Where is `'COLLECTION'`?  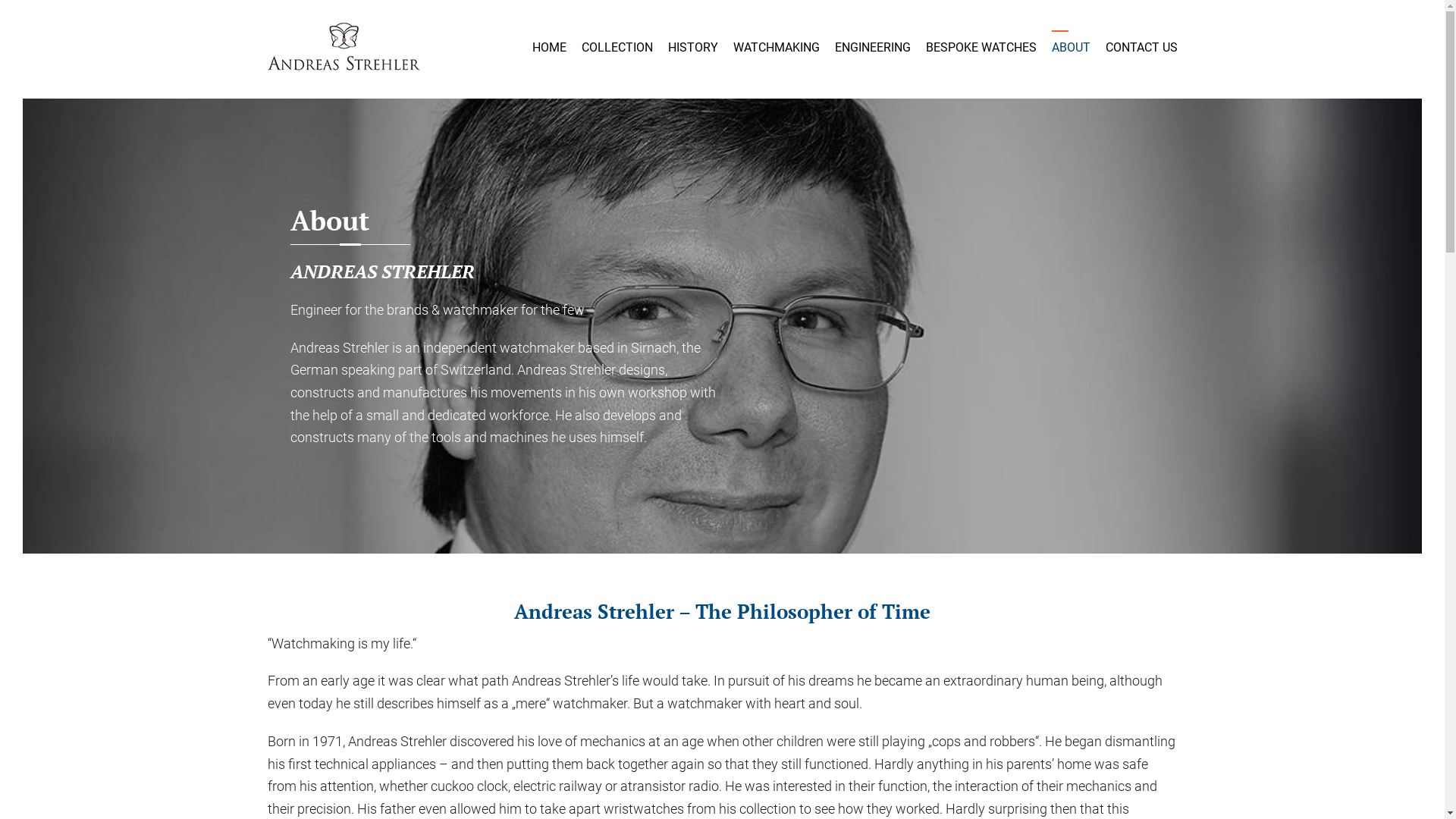 'COLLECTION' is located at coordinates (616, 46).